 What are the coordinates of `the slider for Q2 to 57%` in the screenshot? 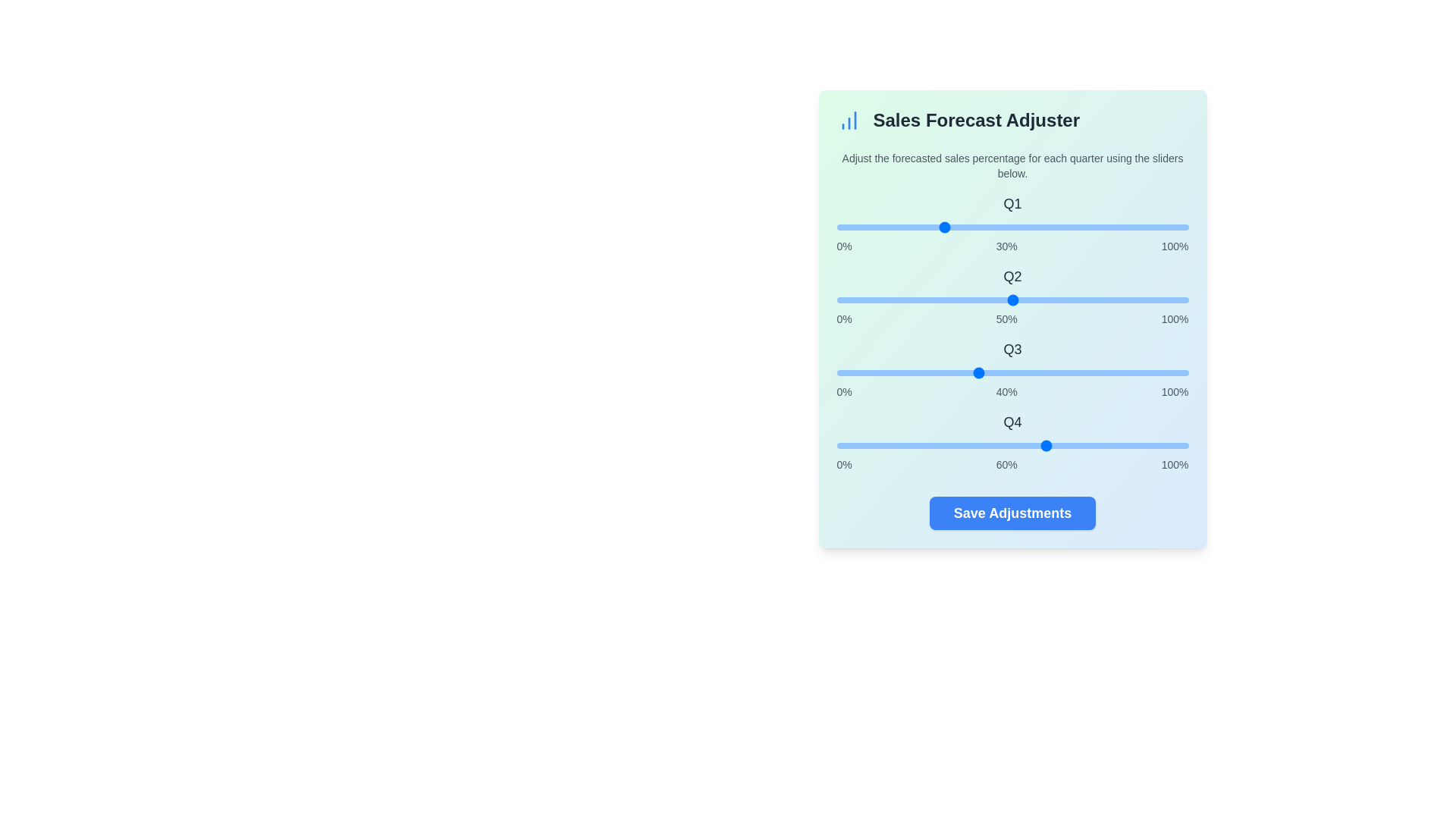 It's located at (1037, 300).